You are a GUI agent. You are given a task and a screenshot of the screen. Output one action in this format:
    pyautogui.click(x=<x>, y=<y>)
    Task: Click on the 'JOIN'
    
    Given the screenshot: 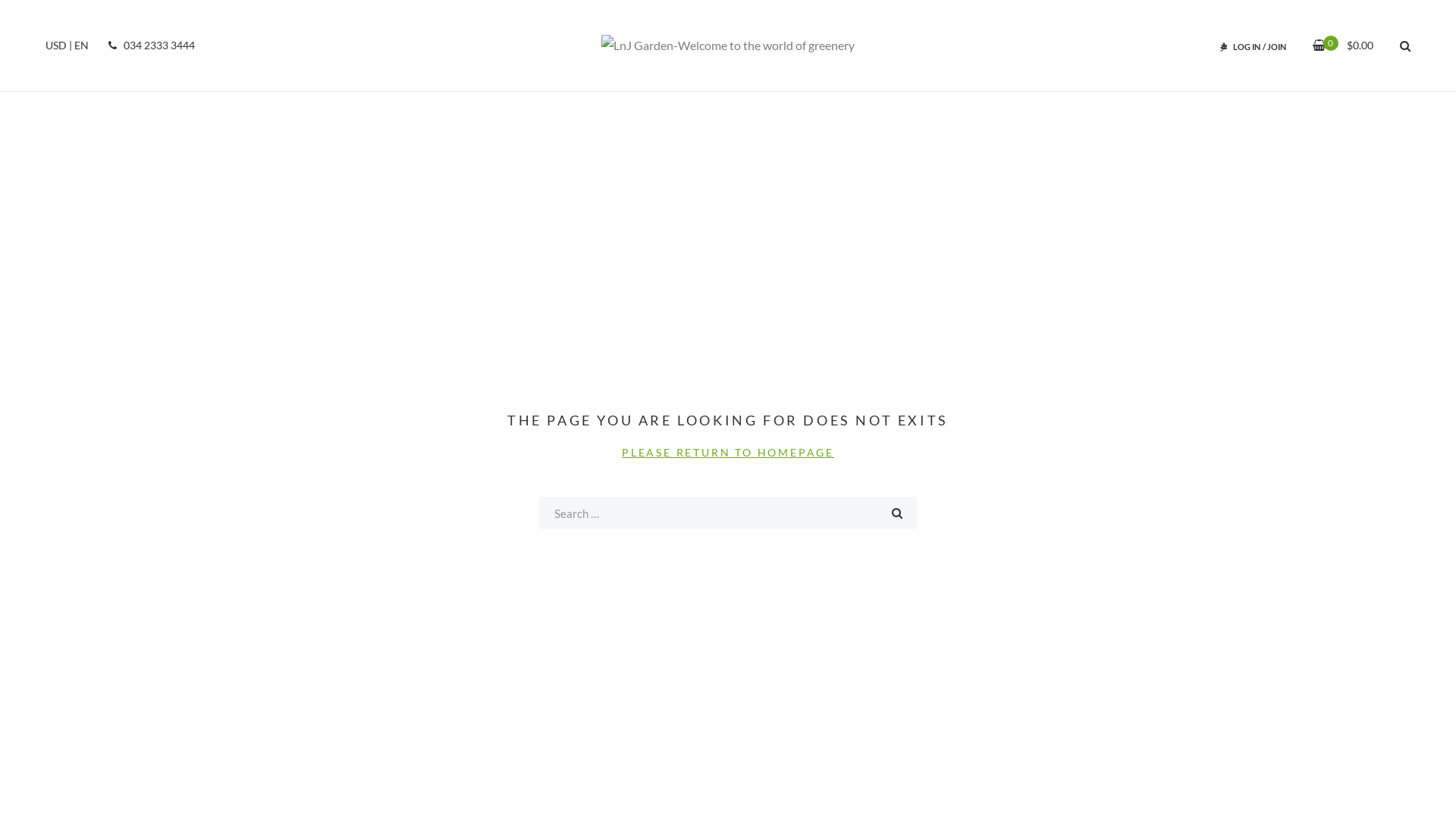 What is the action you would take?
    pyautogui.click(x=1276, y=45)
    